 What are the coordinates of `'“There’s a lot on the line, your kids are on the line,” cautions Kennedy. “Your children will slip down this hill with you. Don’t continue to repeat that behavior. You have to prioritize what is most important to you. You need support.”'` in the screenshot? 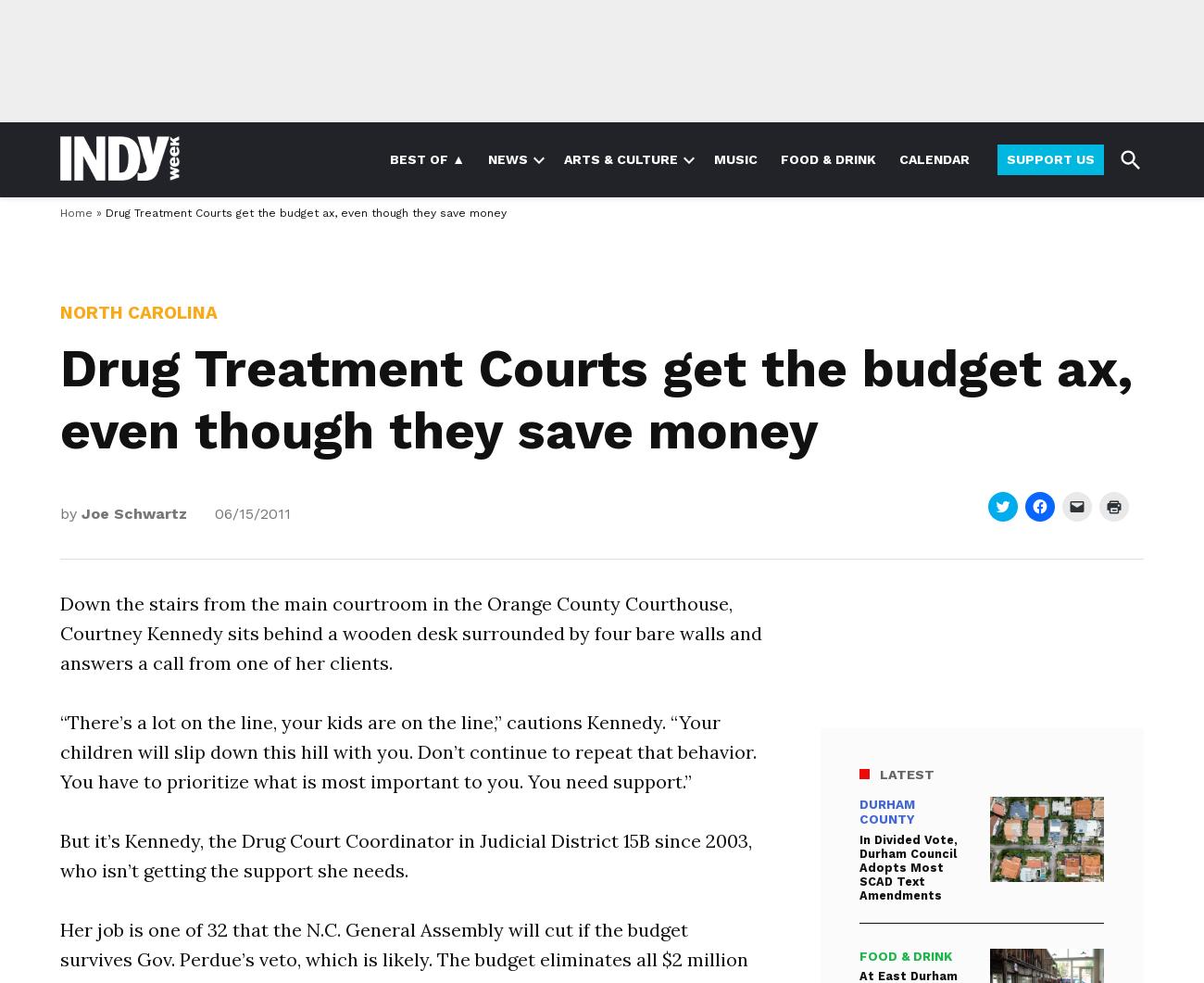 It's located at (407, 750).